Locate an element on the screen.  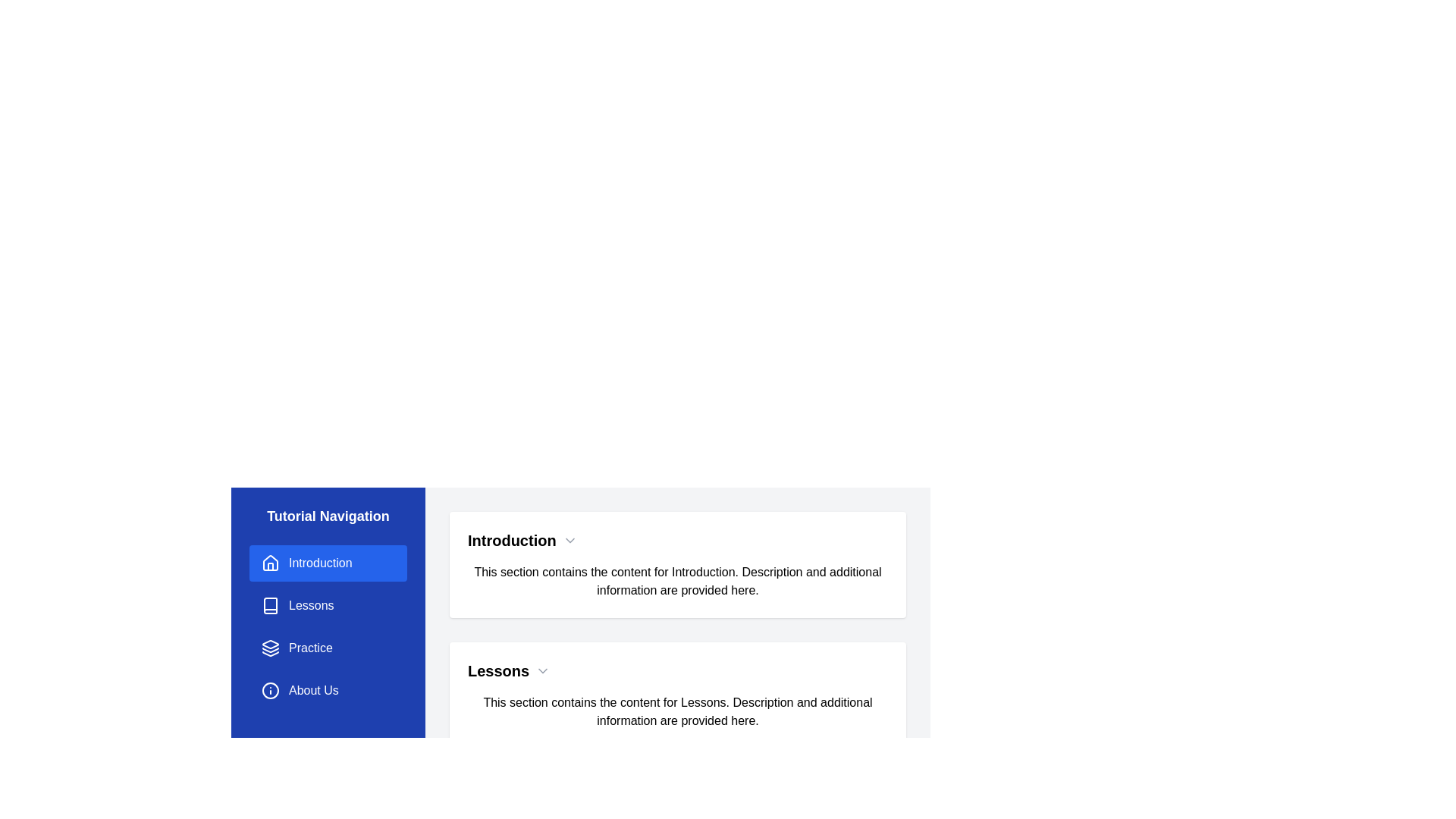
the third navigation button in the sidebar, located below the 'Lessons' button and above the 'About Us' button is located at coordinates (327, 648).